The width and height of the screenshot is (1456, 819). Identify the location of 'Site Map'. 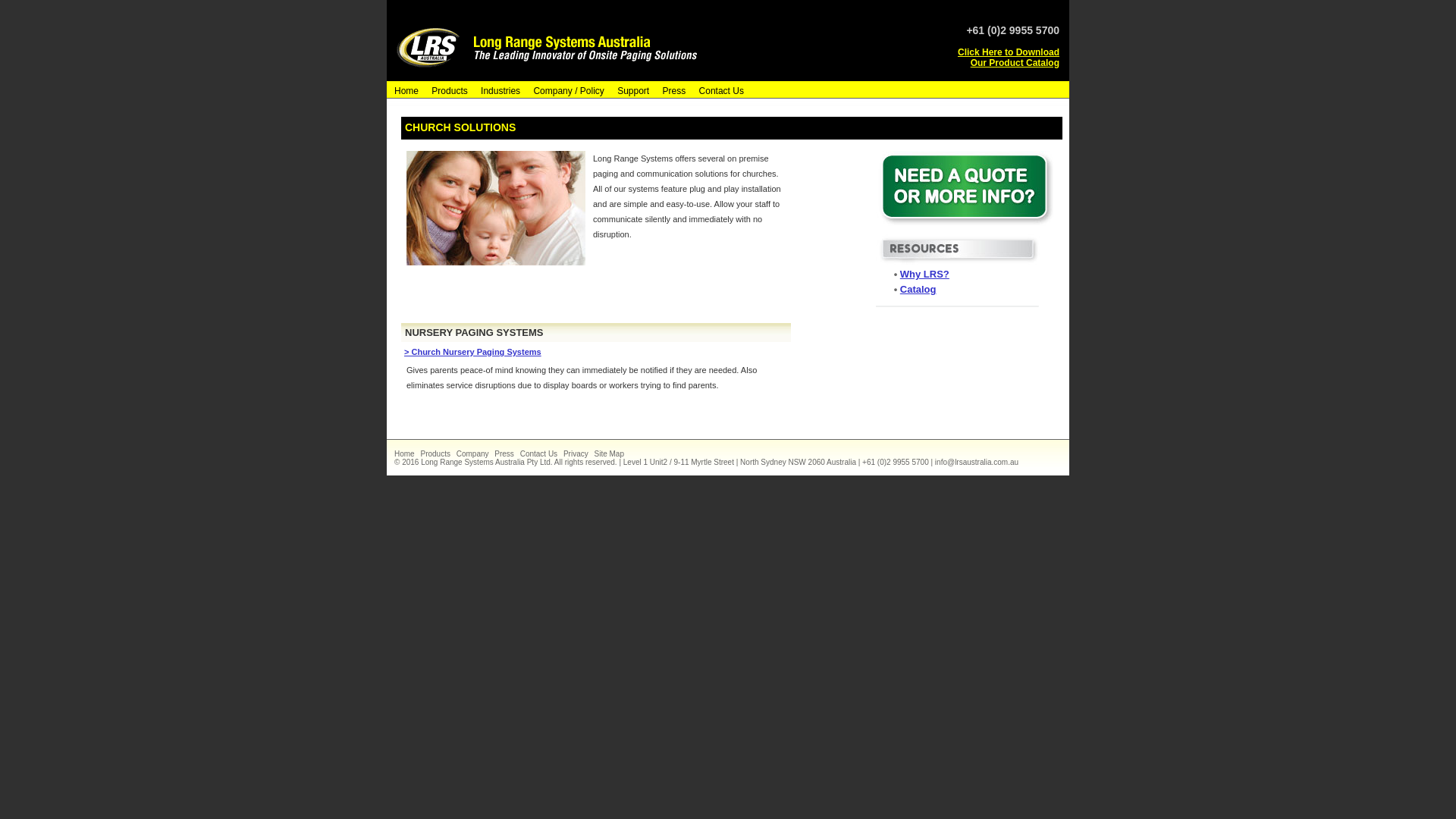
(610, 452).